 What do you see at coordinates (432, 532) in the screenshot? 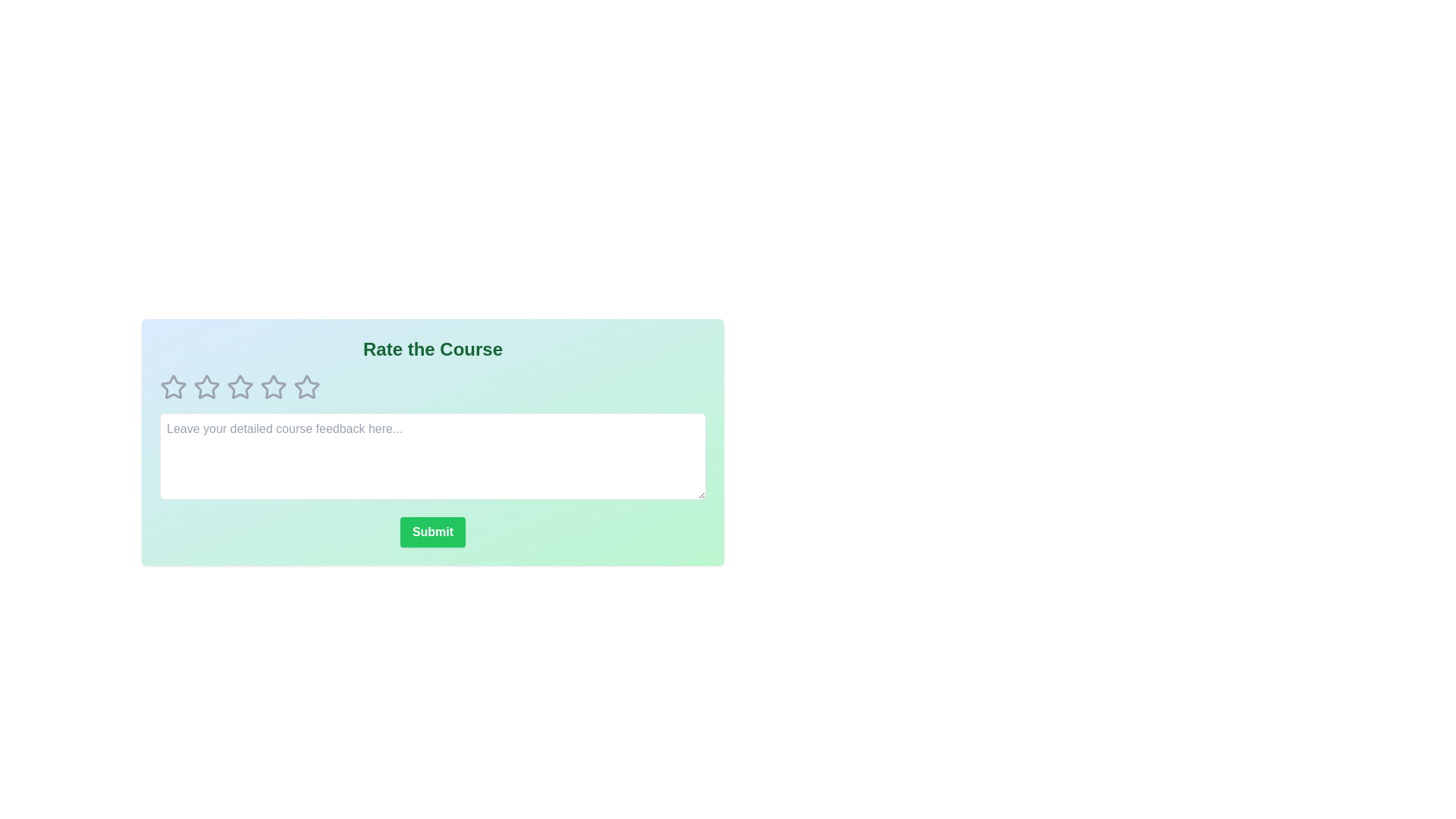
I see `the 'Submit' button to submit the feedback and rating` at bounding box center [432, 532].